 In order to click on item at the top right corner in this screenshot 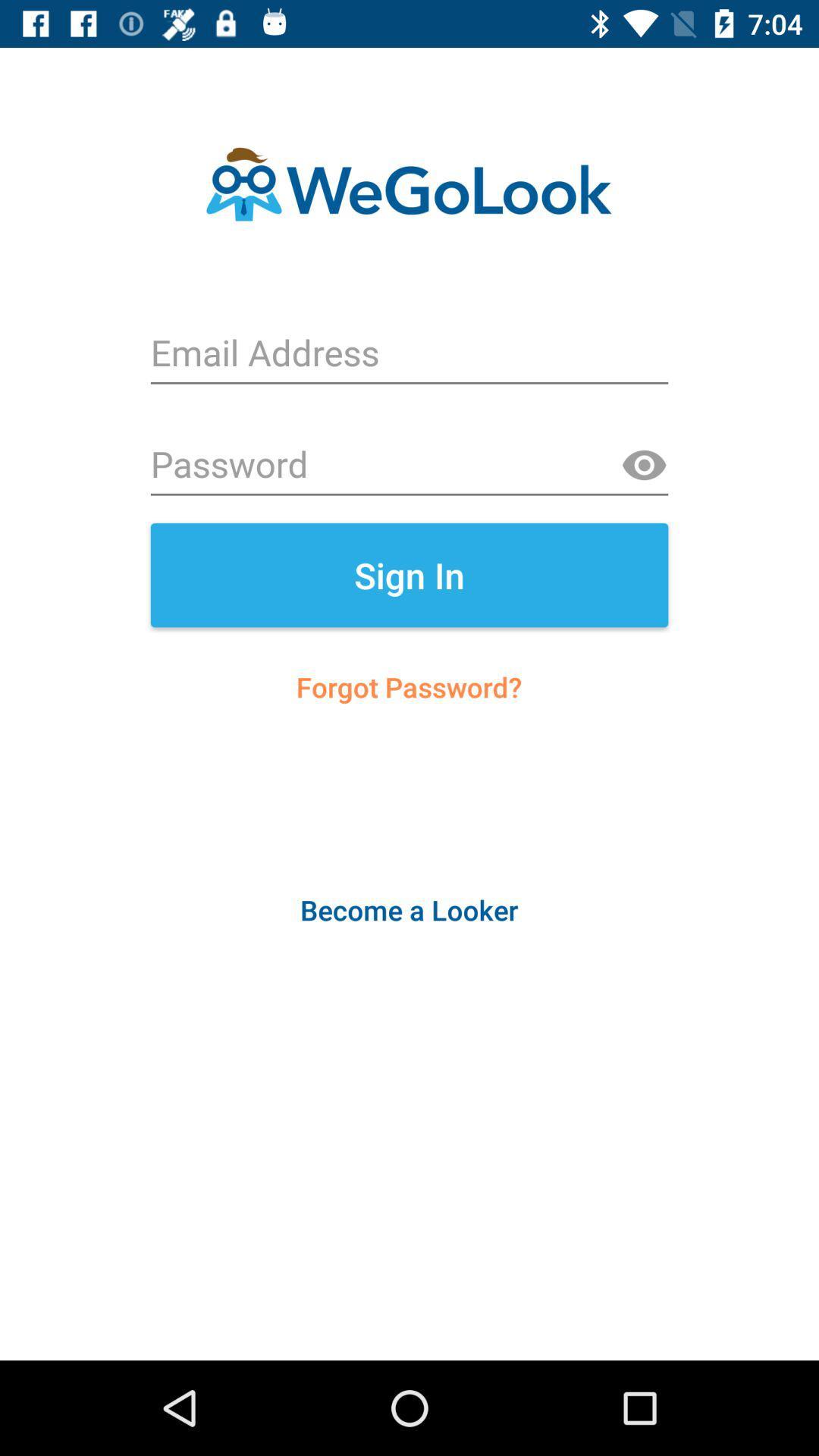, I will do `click(644, 465)`.